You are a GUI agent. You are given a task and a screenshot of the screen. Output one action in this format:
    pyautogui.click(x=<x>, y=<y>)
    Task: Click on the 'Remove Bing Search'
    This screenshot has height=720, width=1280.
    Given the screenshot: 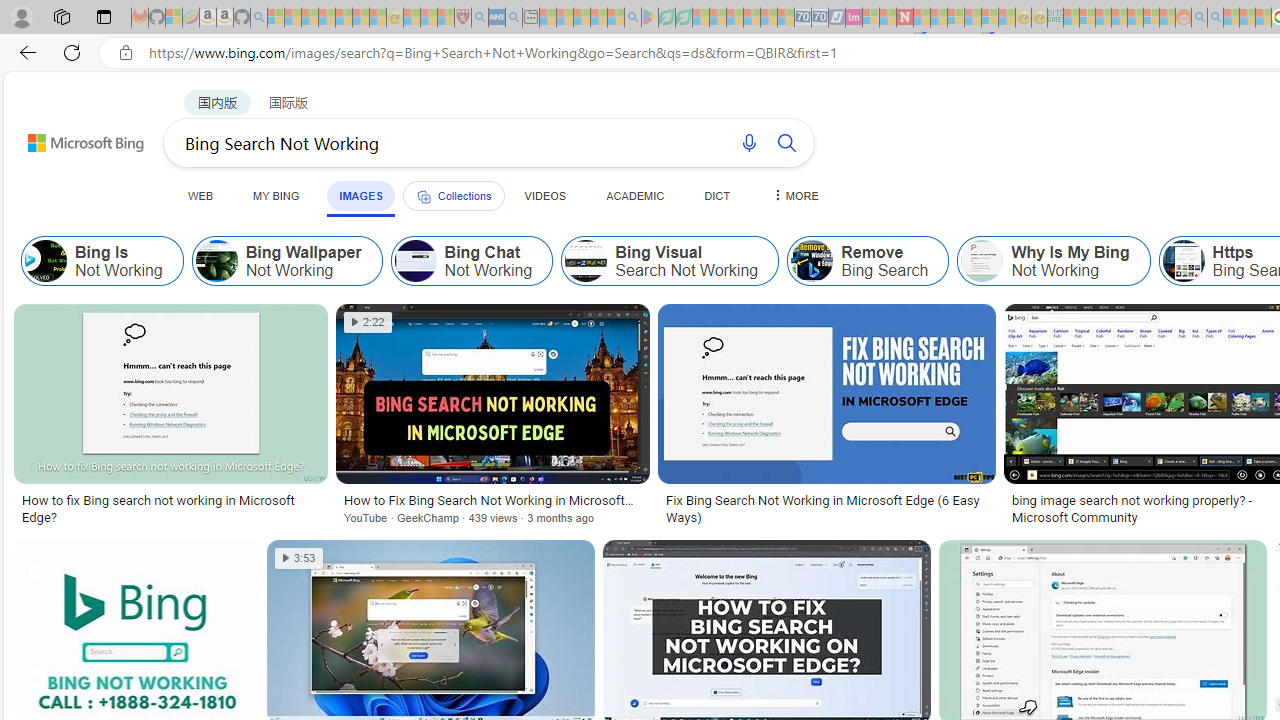 What is the action you would take?
    pyautogui.click(x=868, y=260)
    